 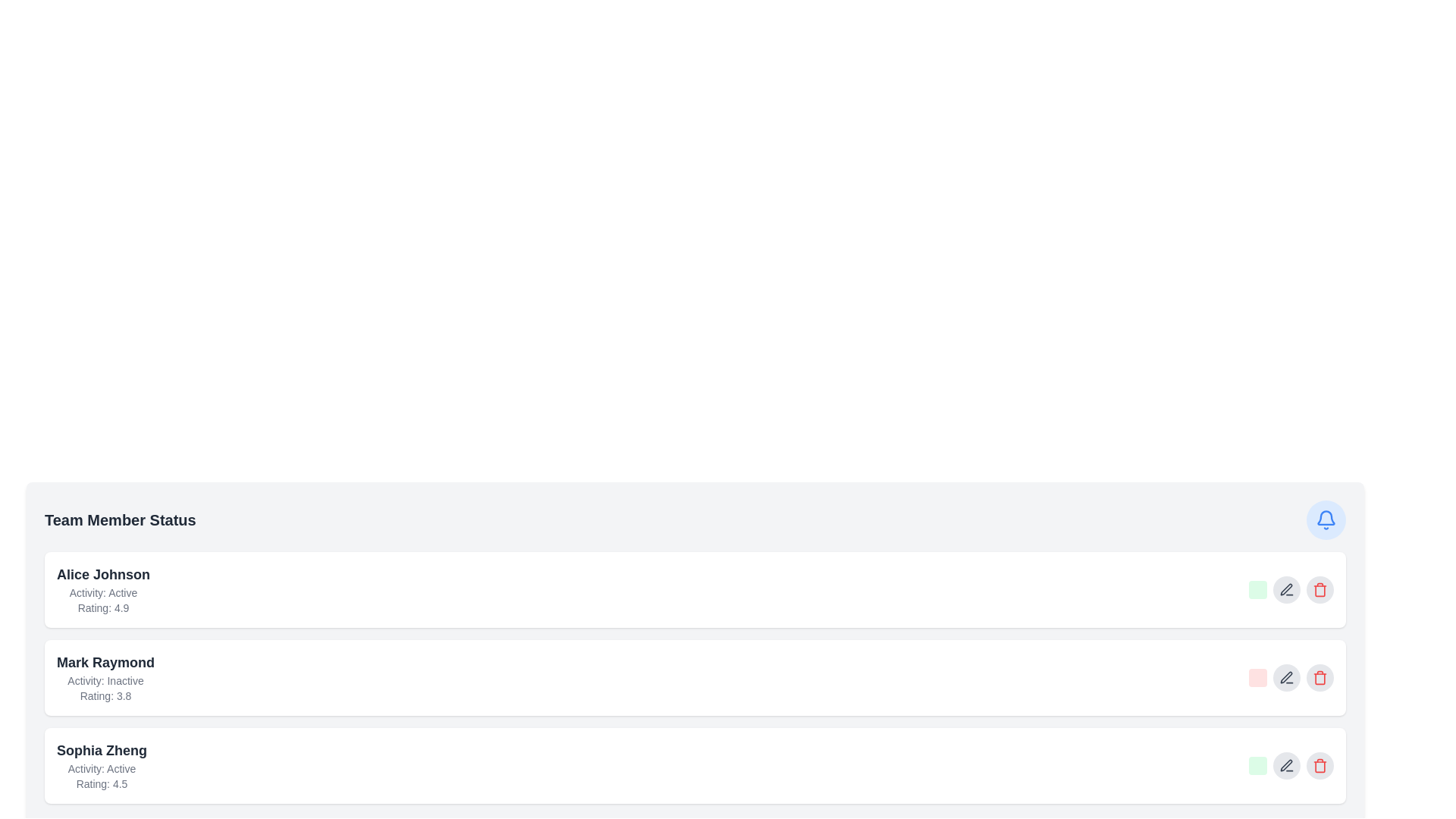 I want to click on the circular 'Inactive' status icon located inside the badge for 'Mark Raymond' in the second row of the team members list, so click(x=1266, y=680).